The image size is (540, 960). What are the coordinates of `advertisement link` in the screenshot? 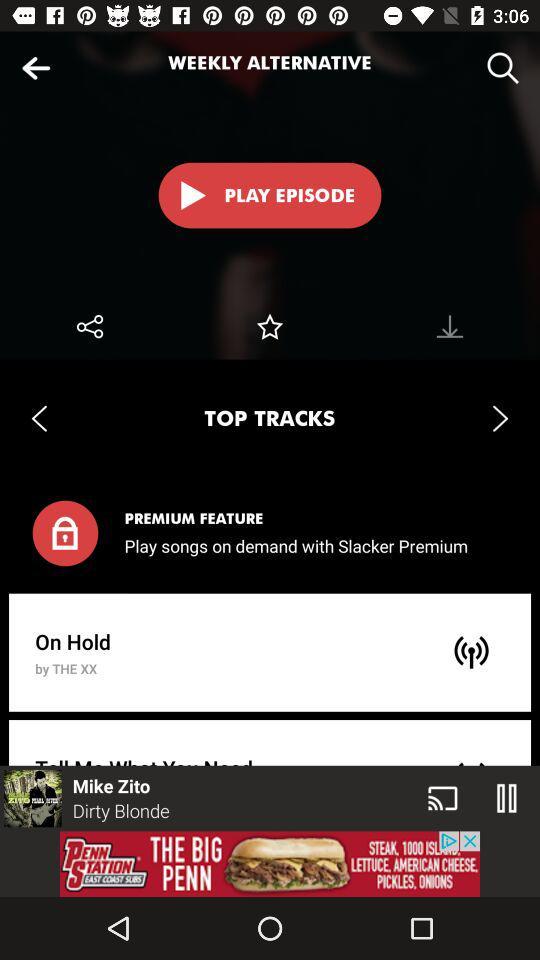 It's located at (270, 863).